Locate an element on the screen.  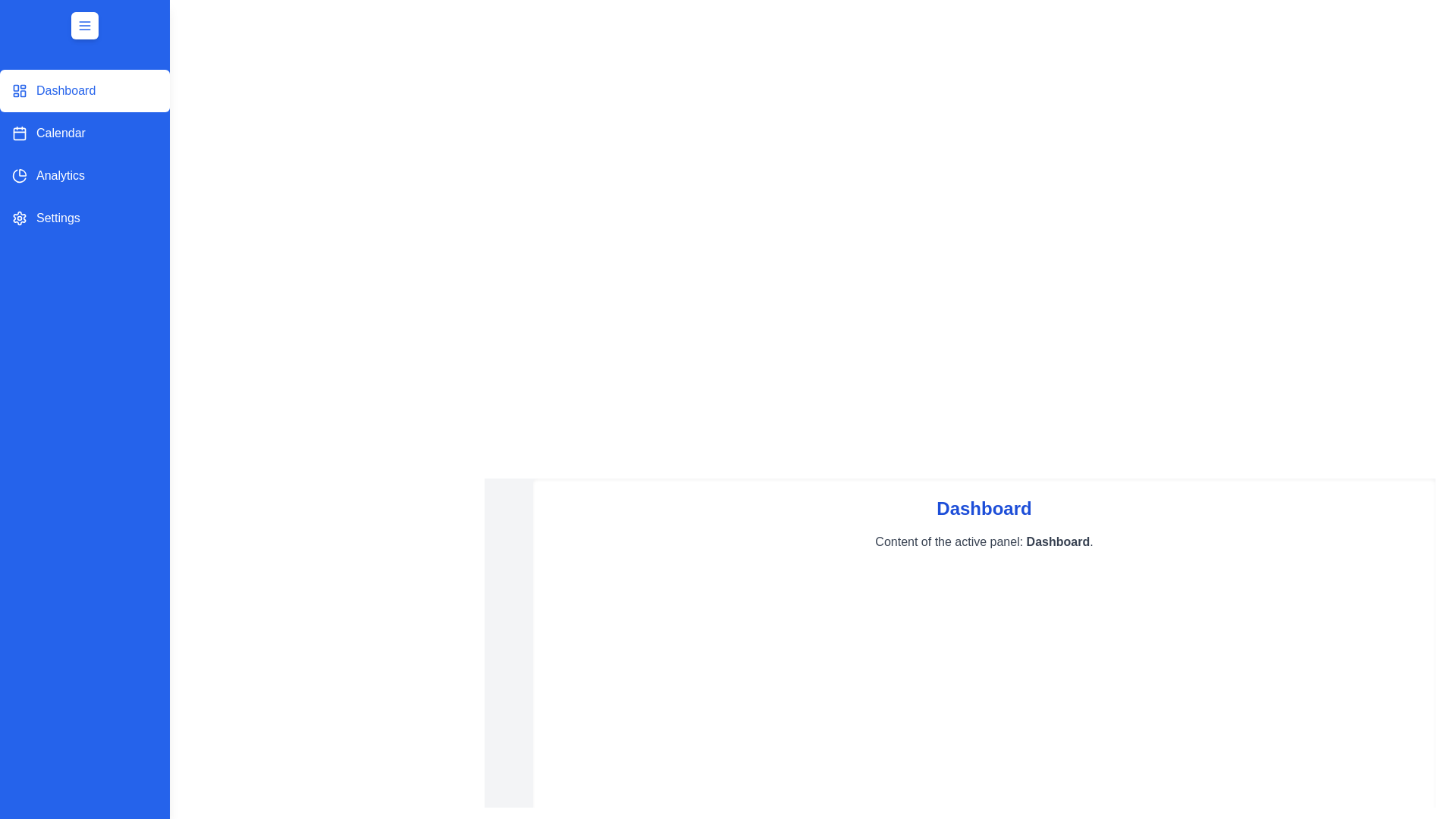
the panel labeled Settings in the sidebar is located at coordinates (83, 218).